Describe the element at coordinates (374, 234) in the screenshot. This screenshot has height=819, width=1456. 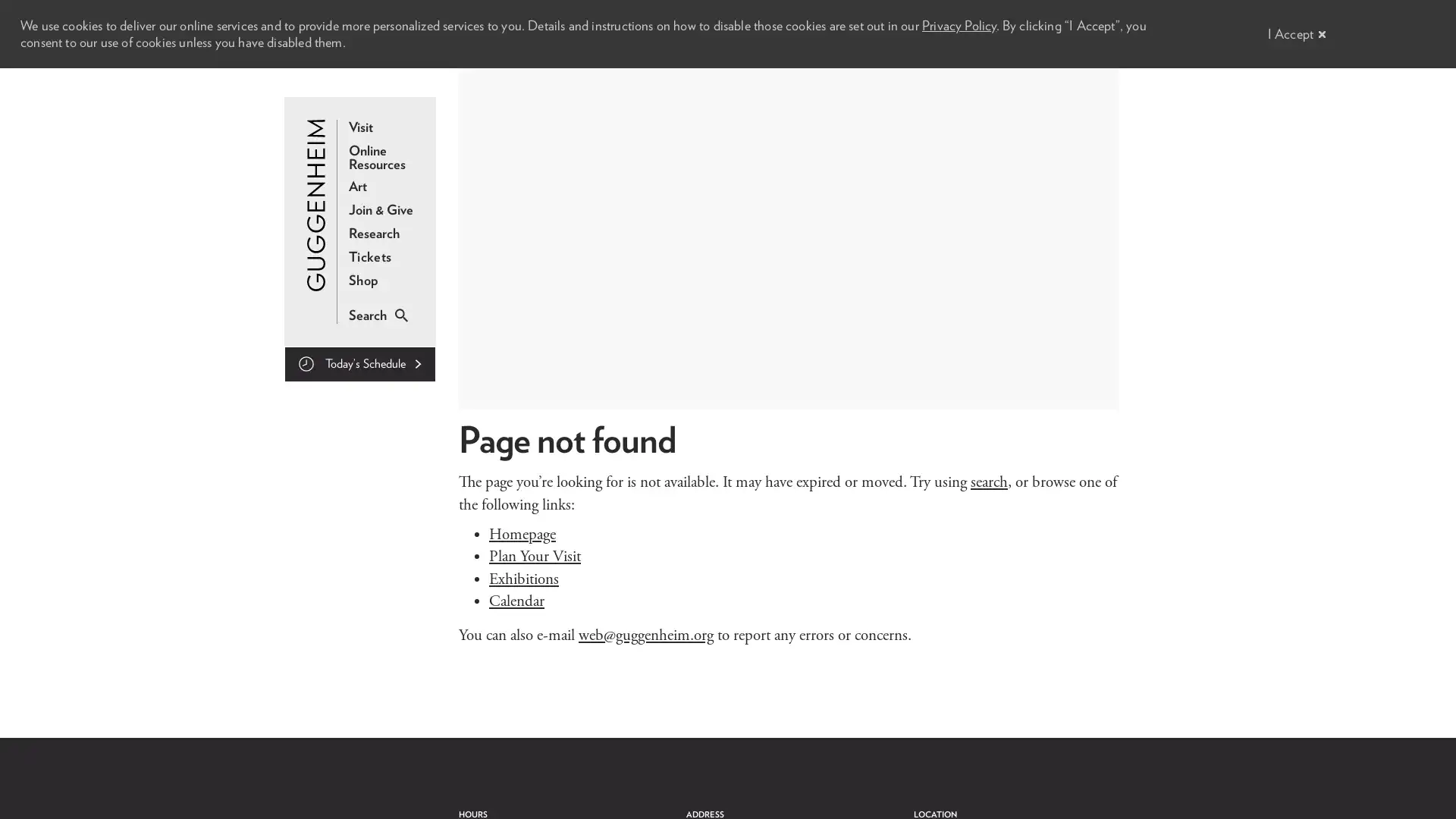
I see `Launch Research Submenu Modal` at that location.